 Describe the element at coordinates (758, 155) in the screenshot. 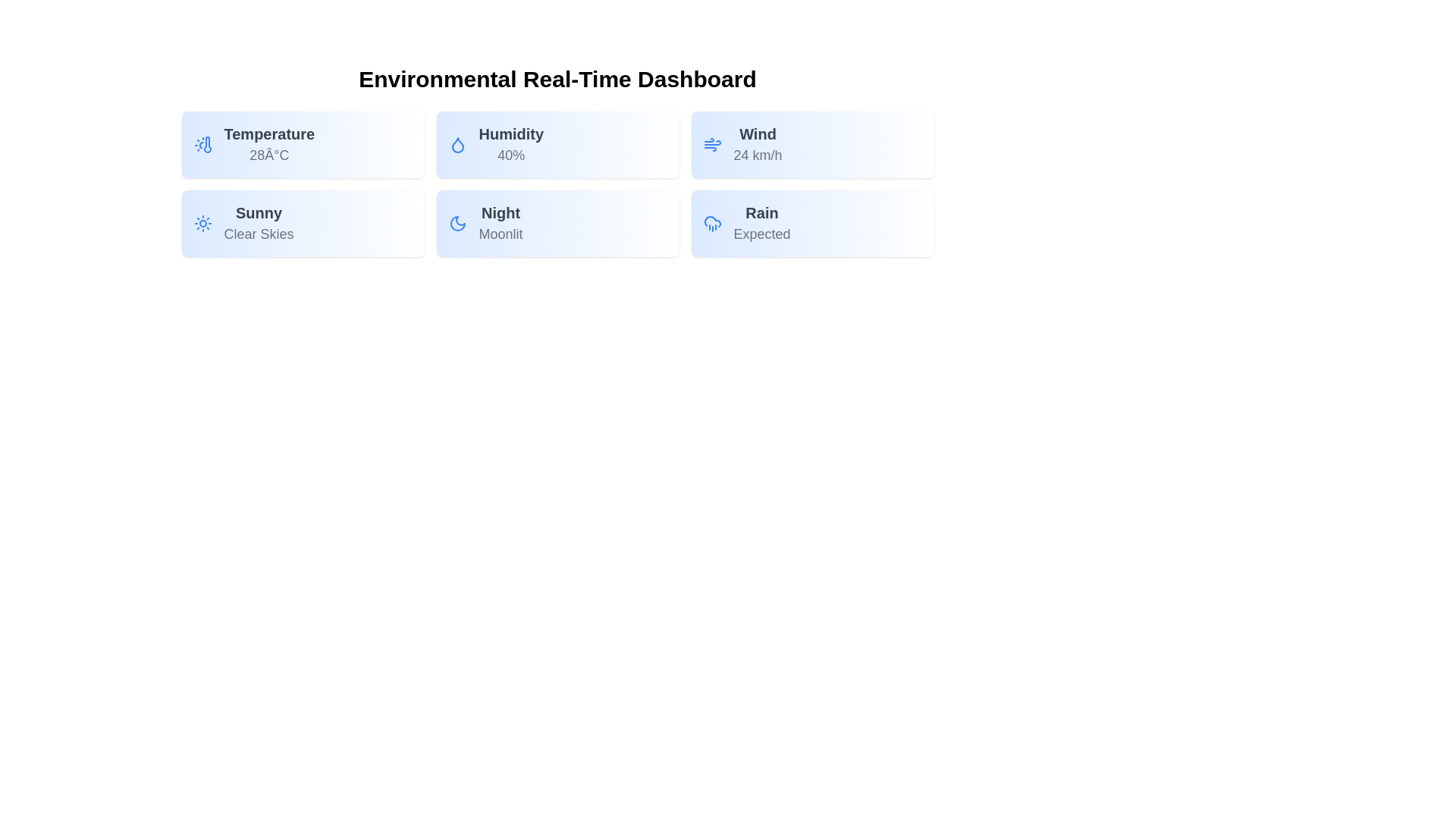

I see `the text label displaying '24 km/h', which is styled in a large gray font and positioned below the 'Wind' label in the top-right corner of the interface` at that location.